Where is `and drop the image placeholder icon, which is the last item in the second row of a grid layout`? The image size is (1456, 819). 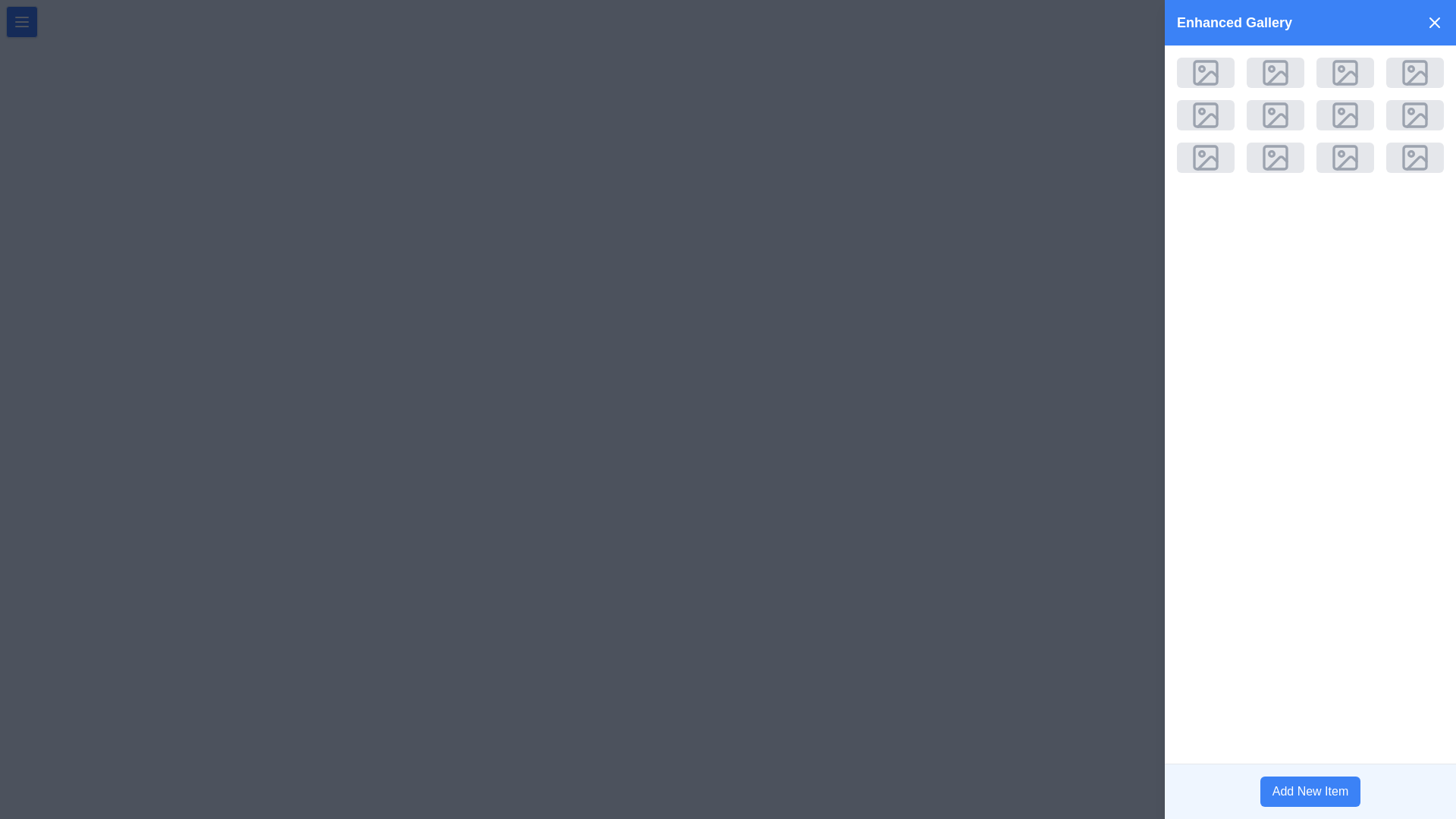 and drop the image placeholder icon, which is the last item in the second row of a grid layout is located at coordinates (1414, 114).